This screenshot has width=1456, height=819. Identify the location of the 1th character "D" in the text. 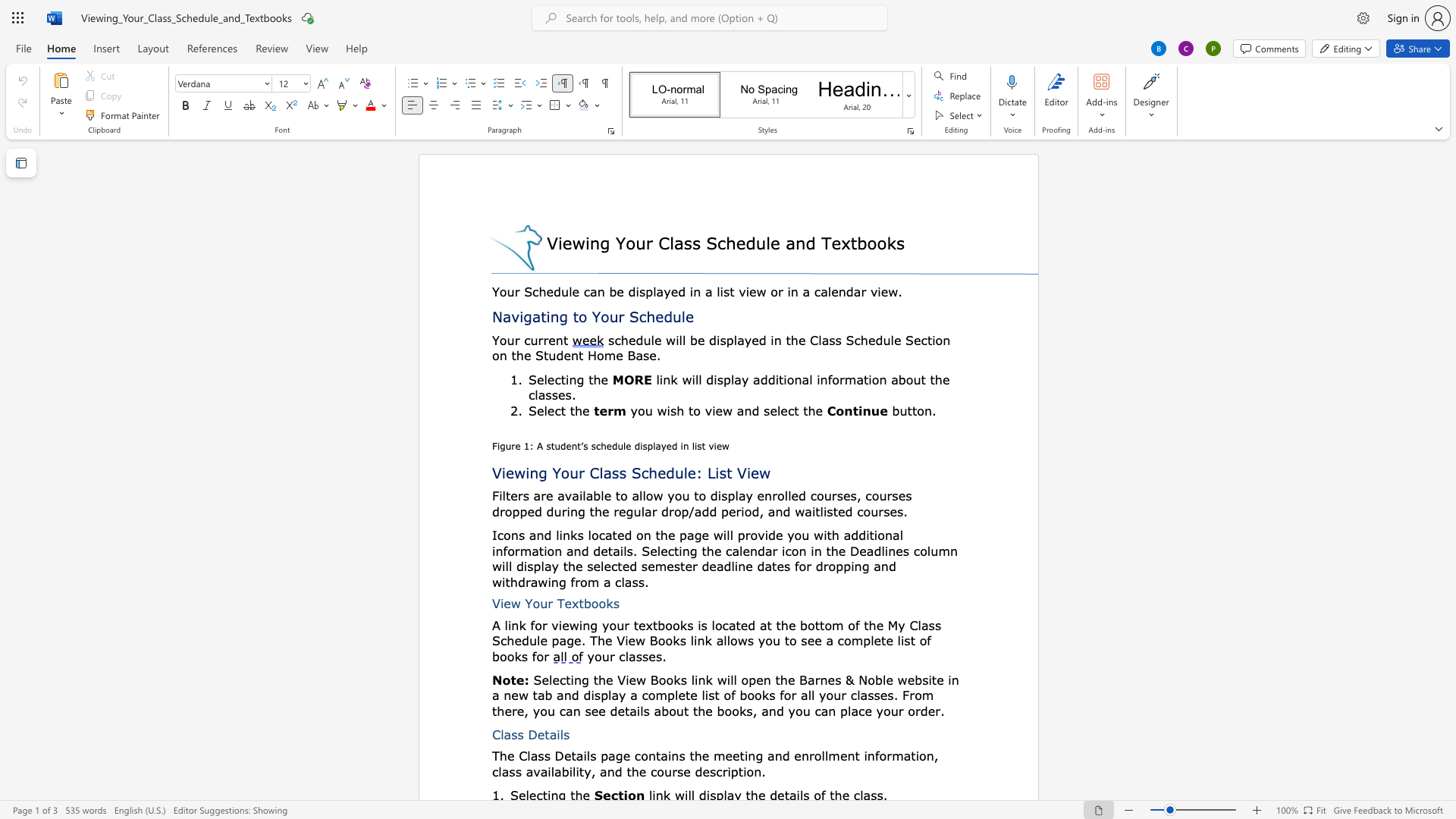
(532, 733).